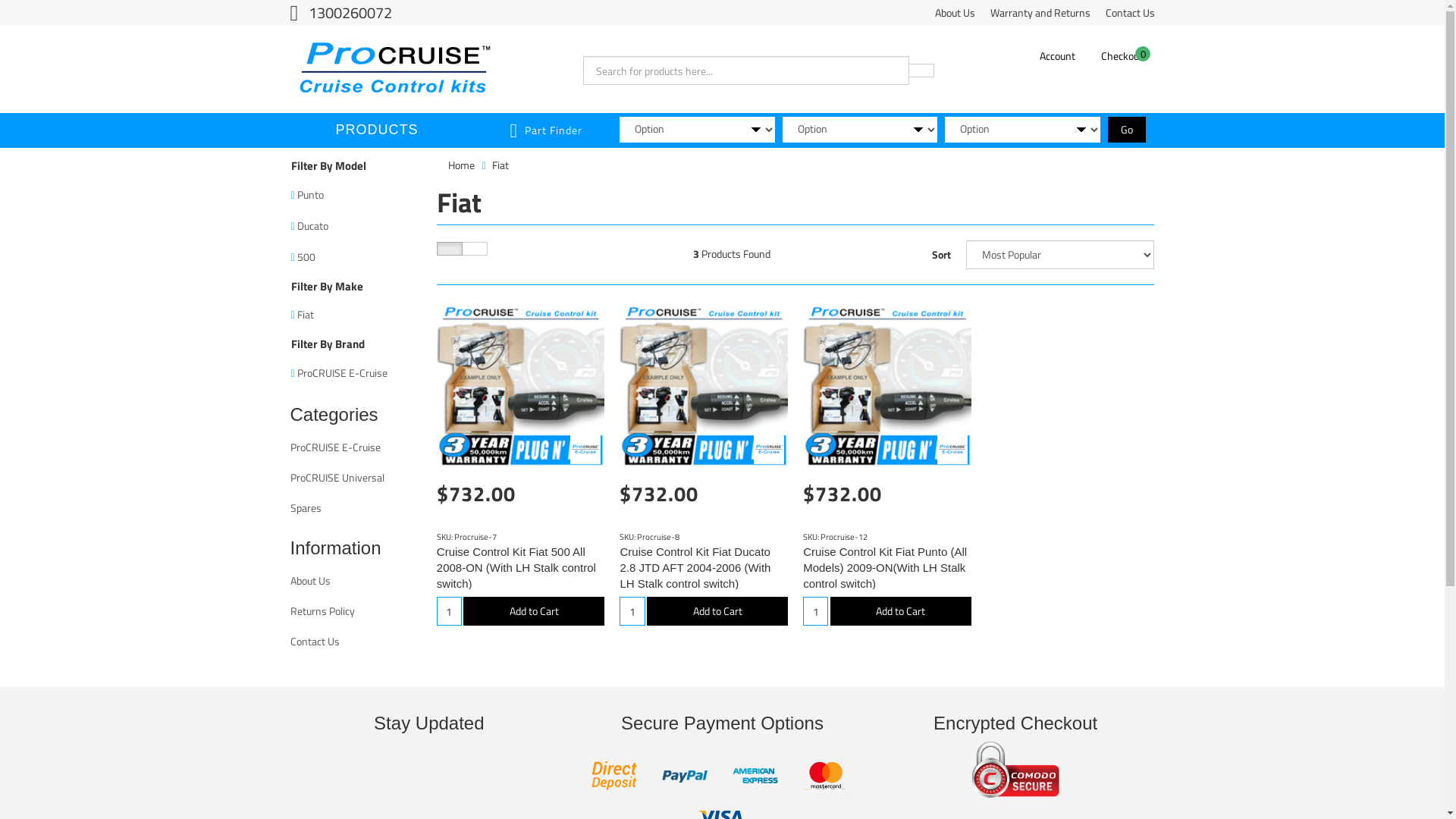  Describe the element at coordinates (354, 580) in the screenshot. I see `'About Us'` at that location.